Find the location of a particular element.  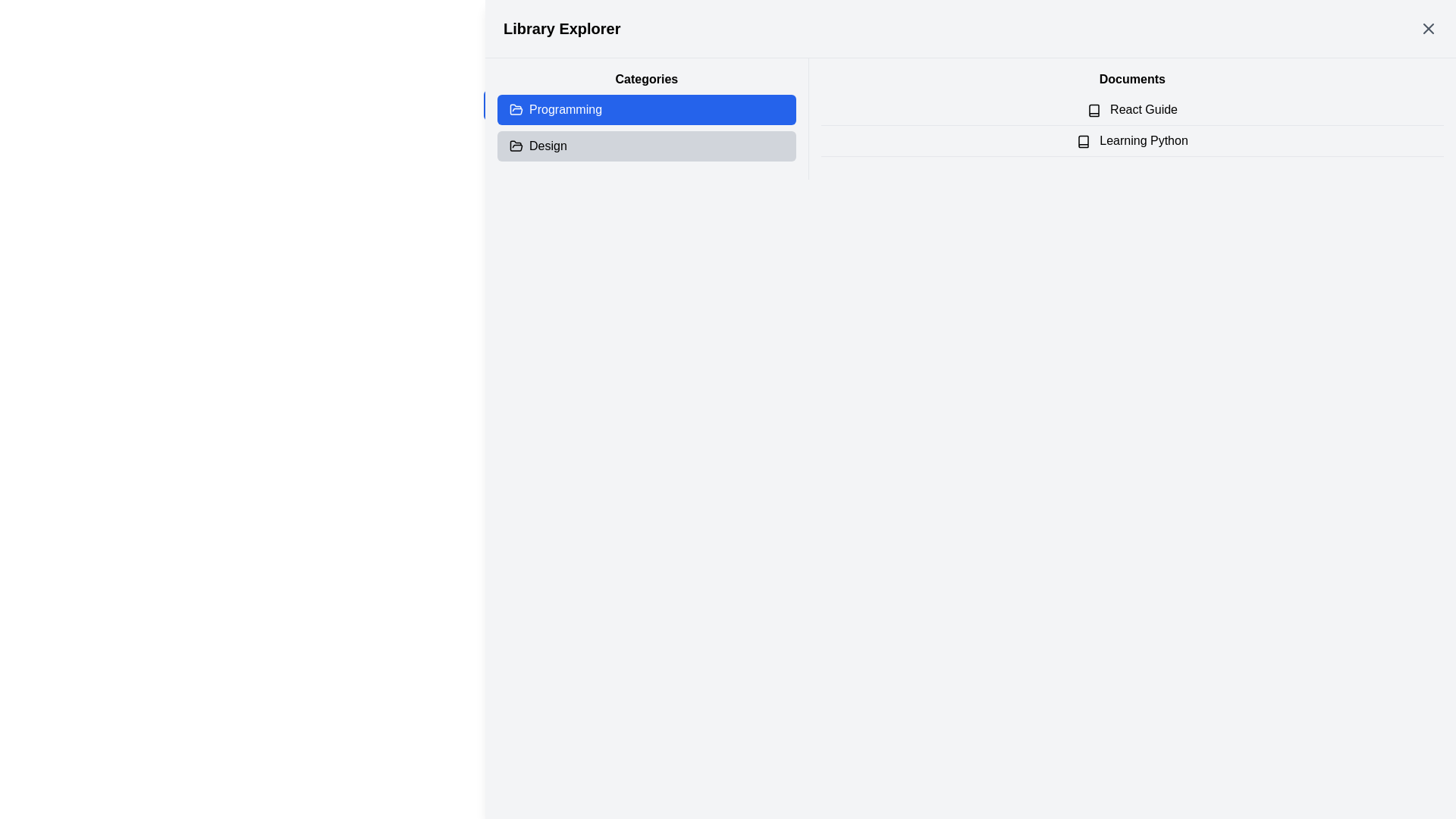

the text label displaying 'Learning Python' with a book icon to its left, located in the 'Documents' section under 'React Guide' is located at coordinates (1132, 141).